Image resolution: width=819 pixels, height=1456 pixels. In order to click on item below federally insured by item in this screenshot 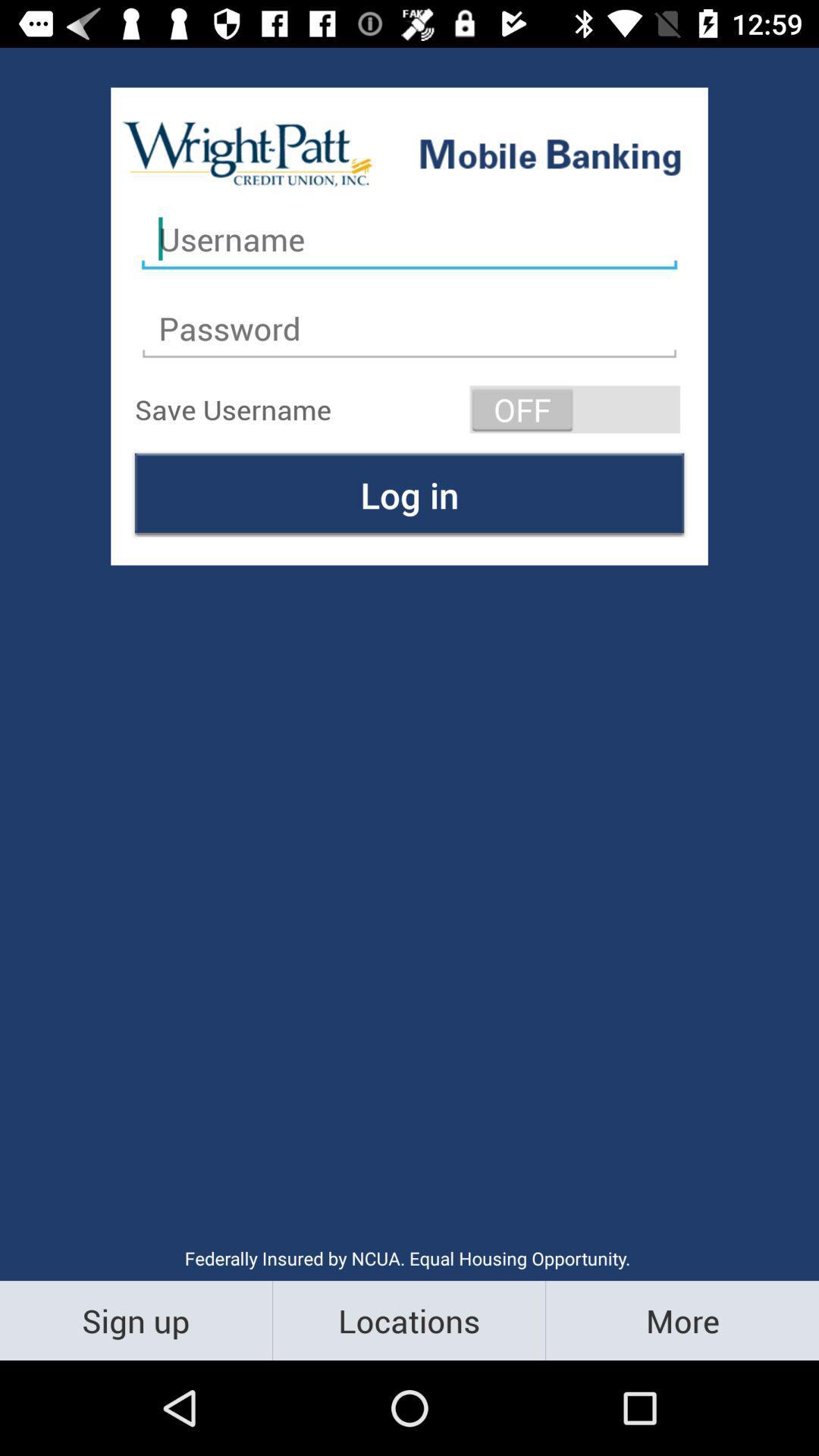, I will do `click(681, 1319)`.